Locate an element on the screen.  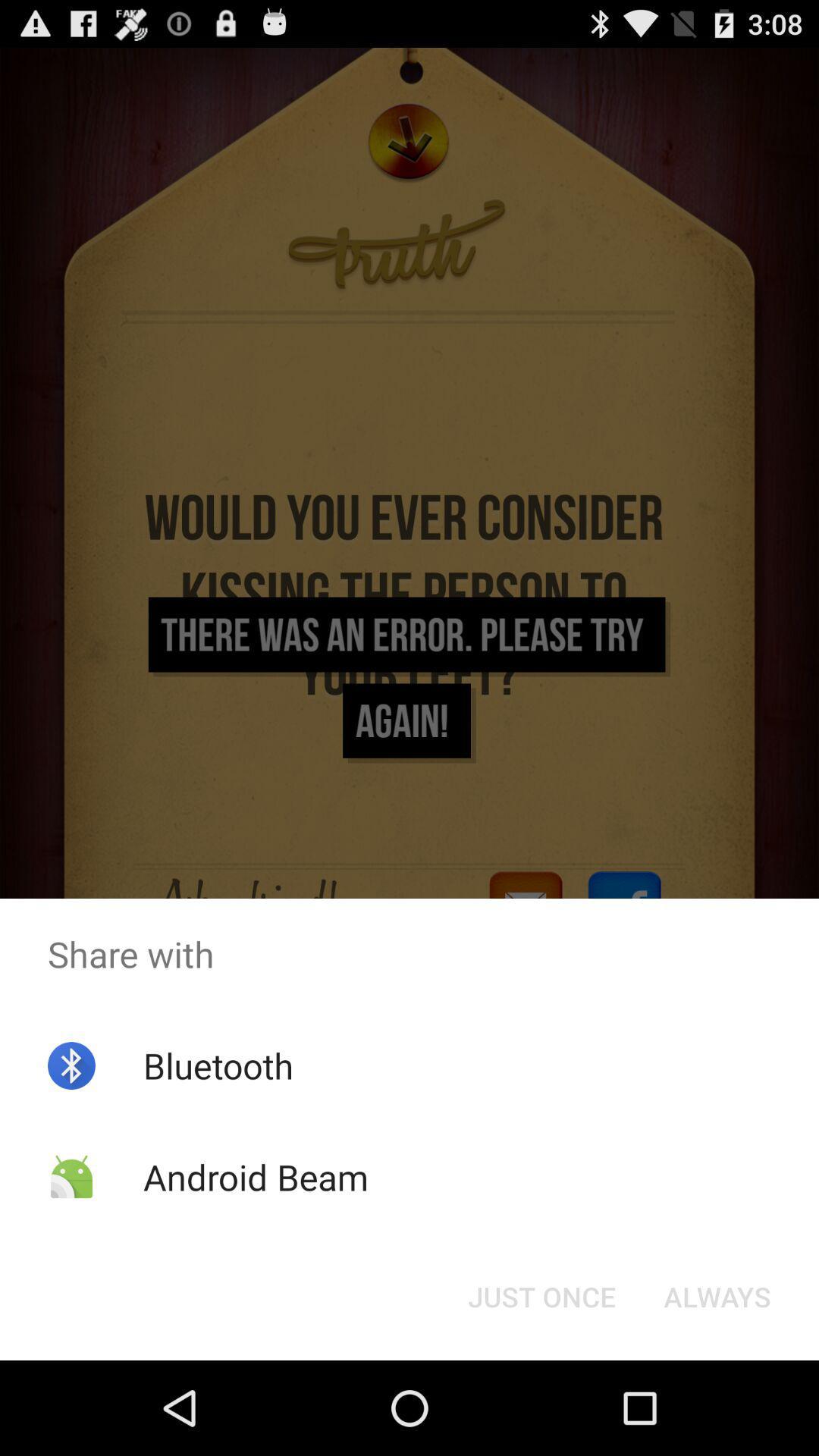
the bluetooth icon is located at coordinates (218, 1065).